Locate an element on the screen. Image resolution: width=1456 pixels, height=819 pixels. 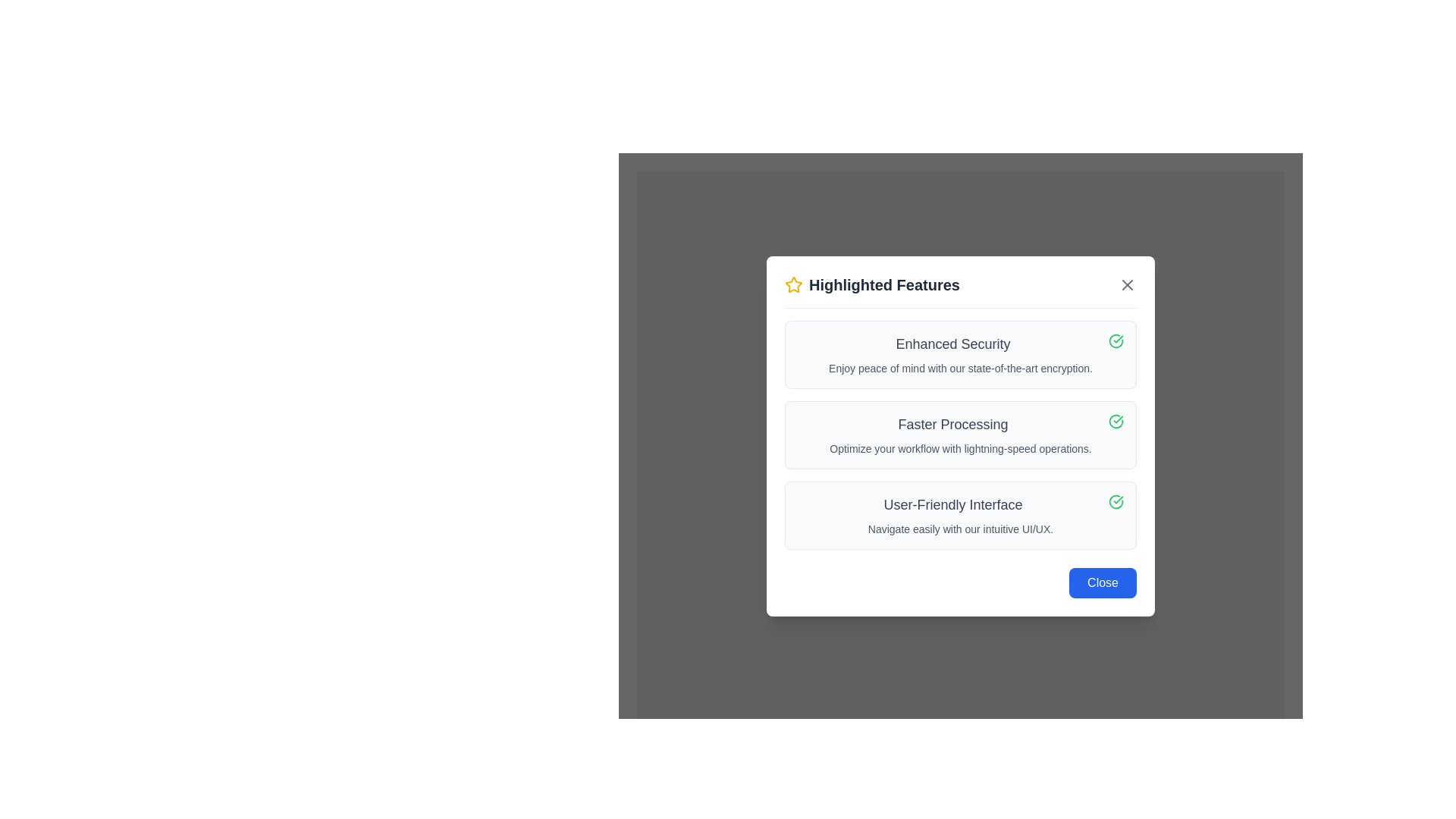
the static text that reads 'Navigate easily with our intuitive UI/UX', which is underlined and positioned below the header 'User-Friendly Interface' is located at coordinates (960, 528).